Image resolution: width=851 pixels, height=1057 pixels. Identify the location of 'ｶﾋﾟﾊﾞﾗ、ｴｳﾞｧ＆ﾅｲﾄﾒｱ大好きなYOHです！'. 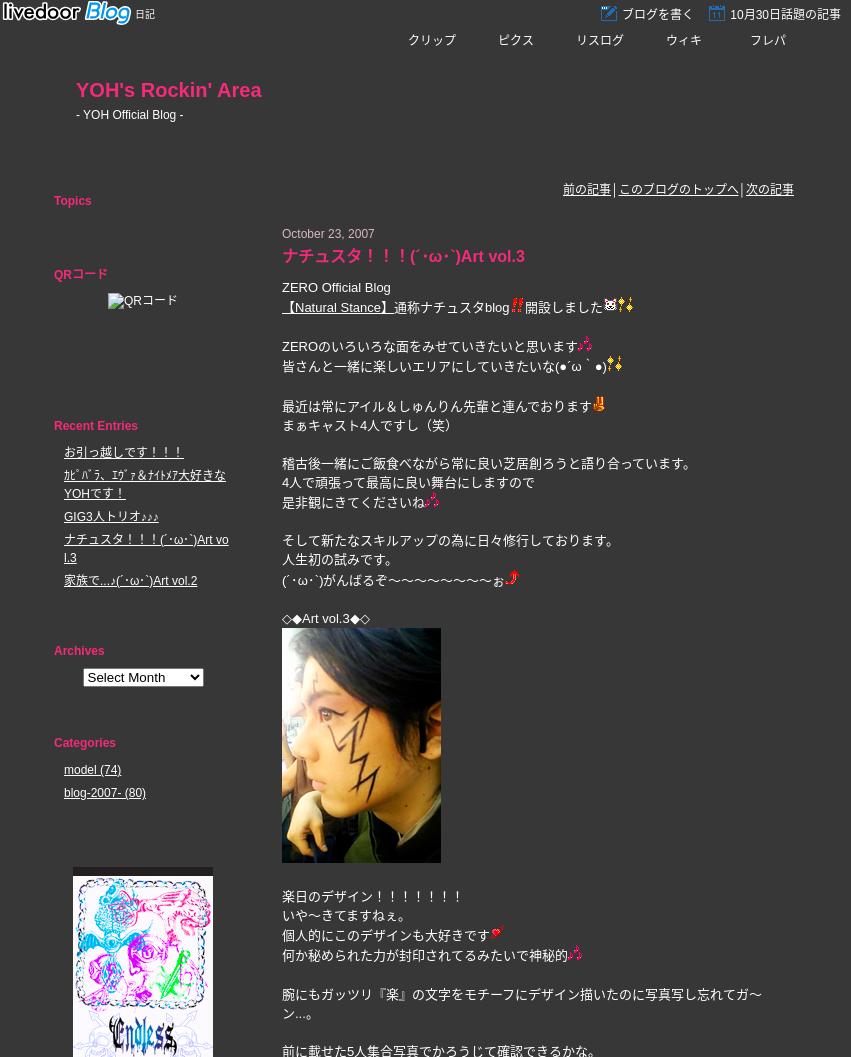
(145, 484).